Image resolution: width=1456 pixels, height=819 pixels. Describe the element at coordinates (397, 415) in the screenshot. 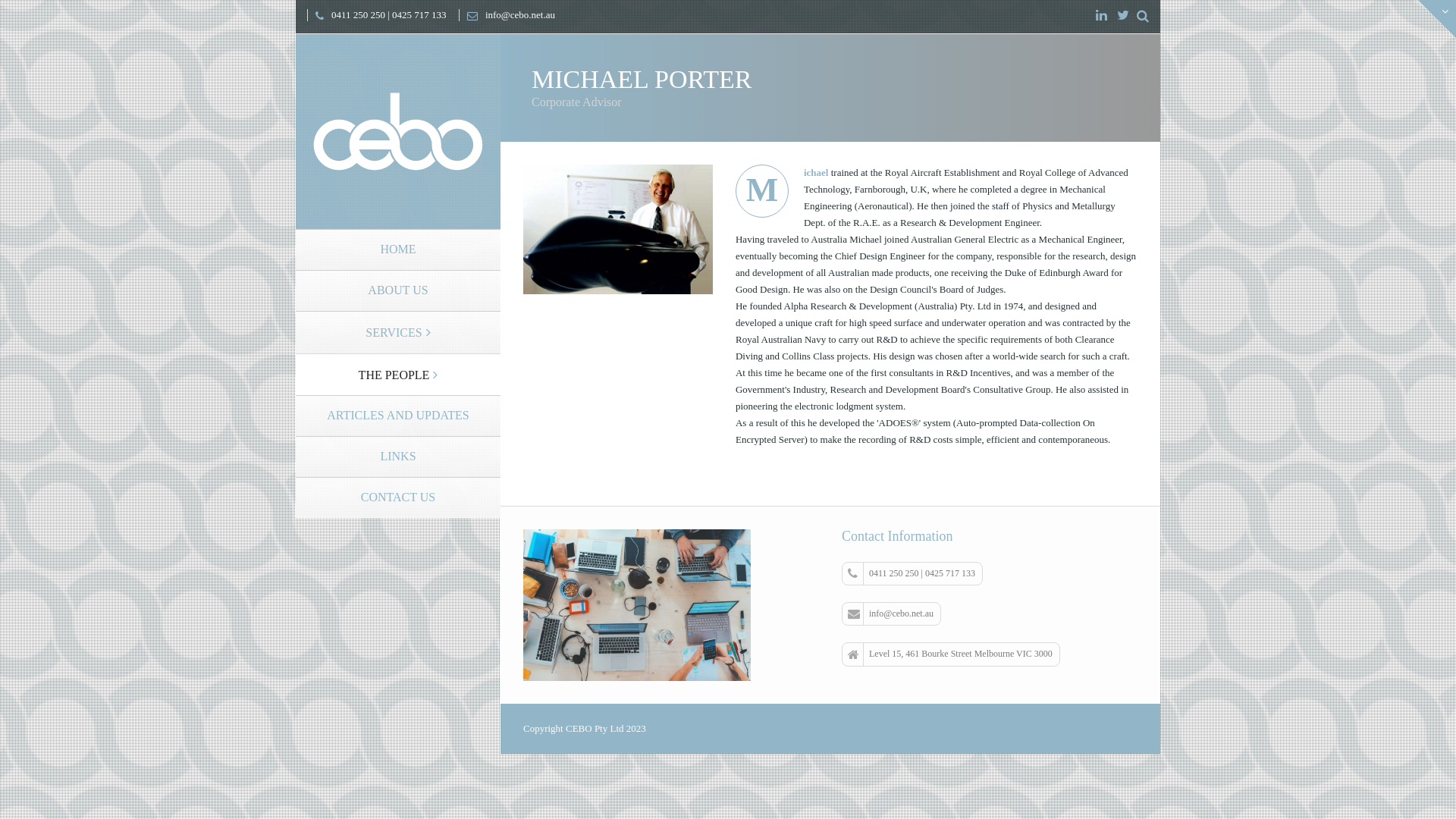

I see `'ARTICLES AND UPDATES'` at that location.